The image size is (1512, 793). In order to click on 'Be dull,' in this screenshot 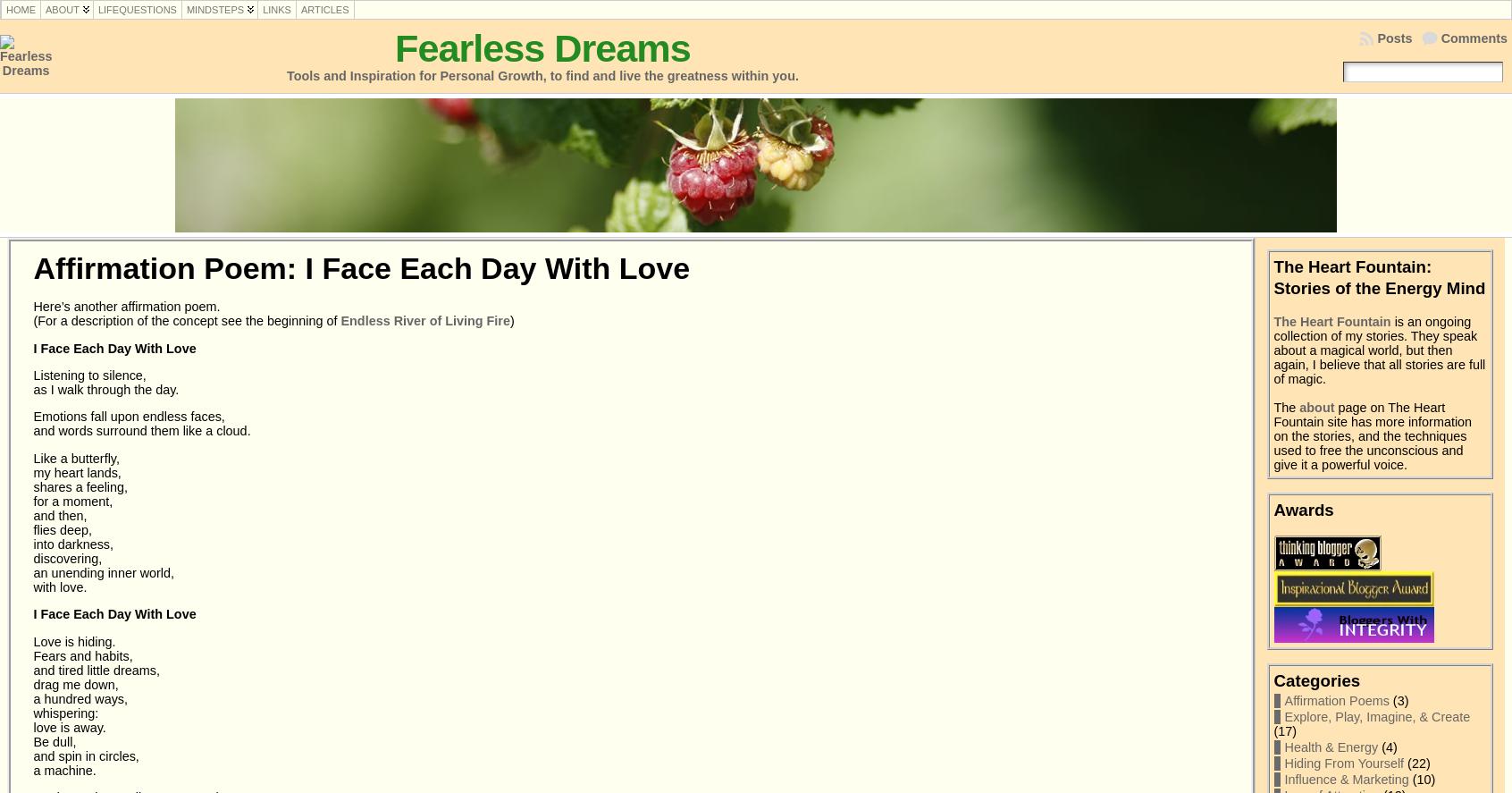, I will do `click(54, 740)`.